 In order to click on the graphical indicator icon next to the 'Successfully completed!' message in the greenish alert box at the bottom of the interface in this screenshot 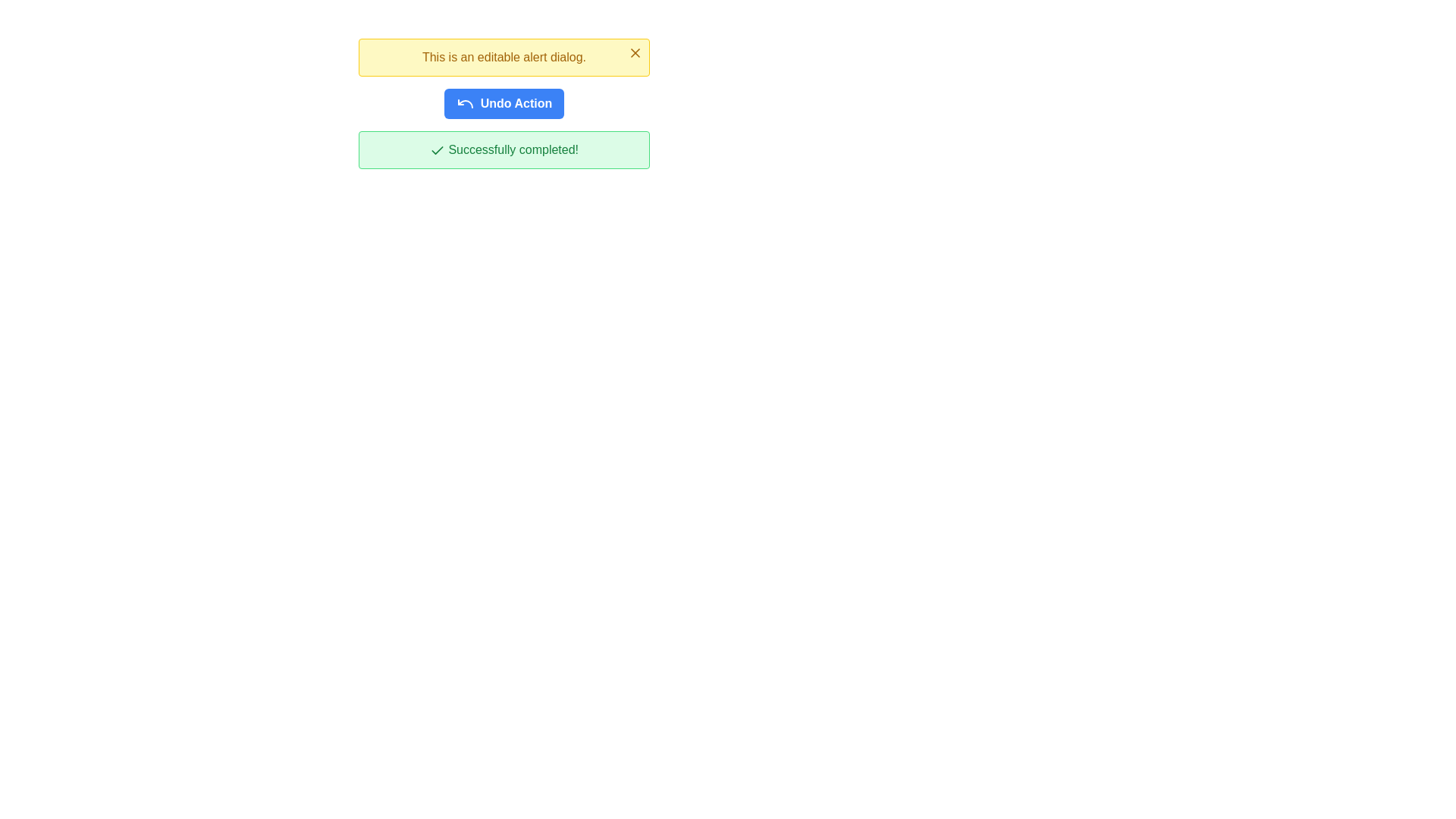, I will do `click(436, 150)`.